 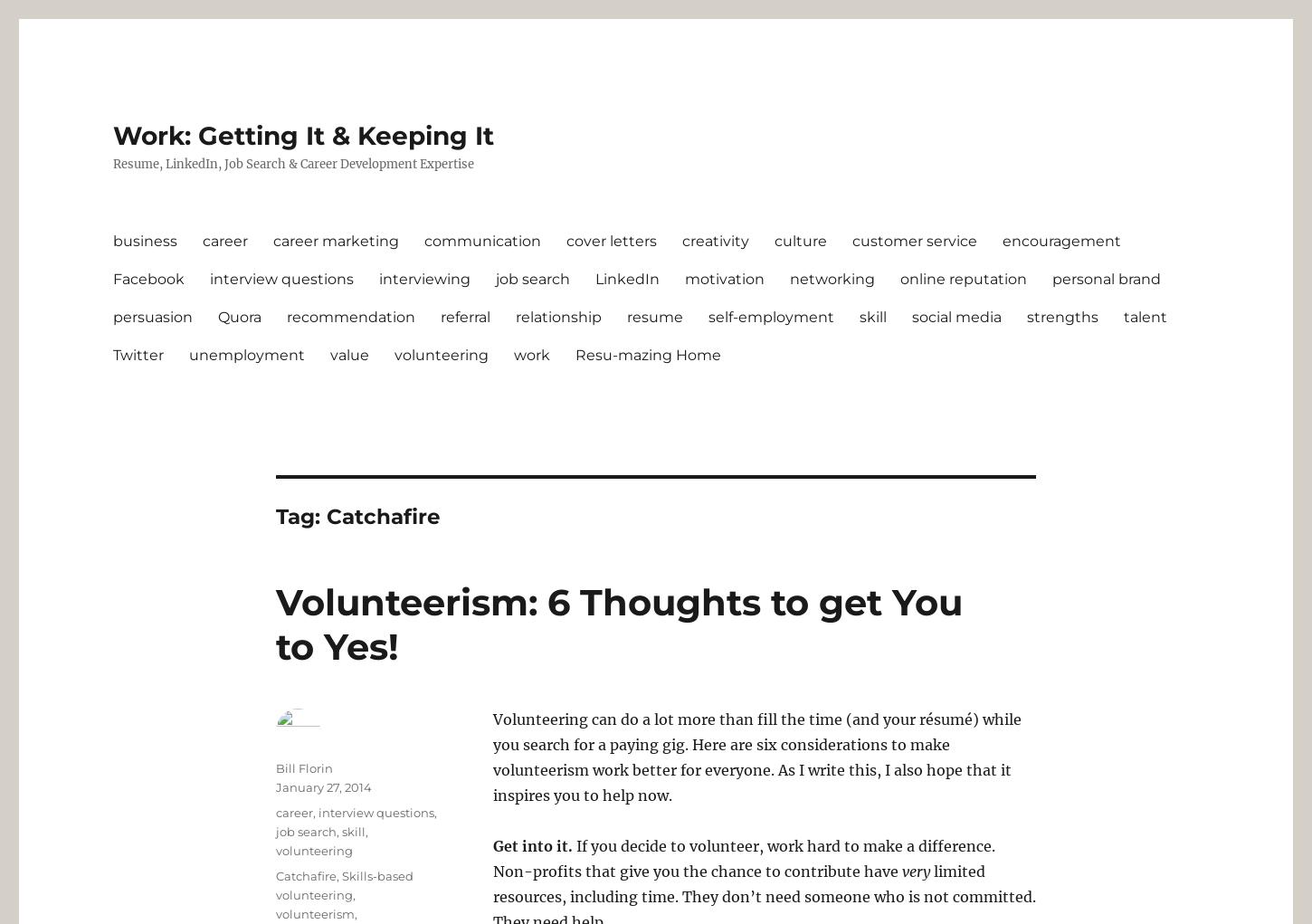 I want to click on 'Twitter', so click(x=137, y=354).